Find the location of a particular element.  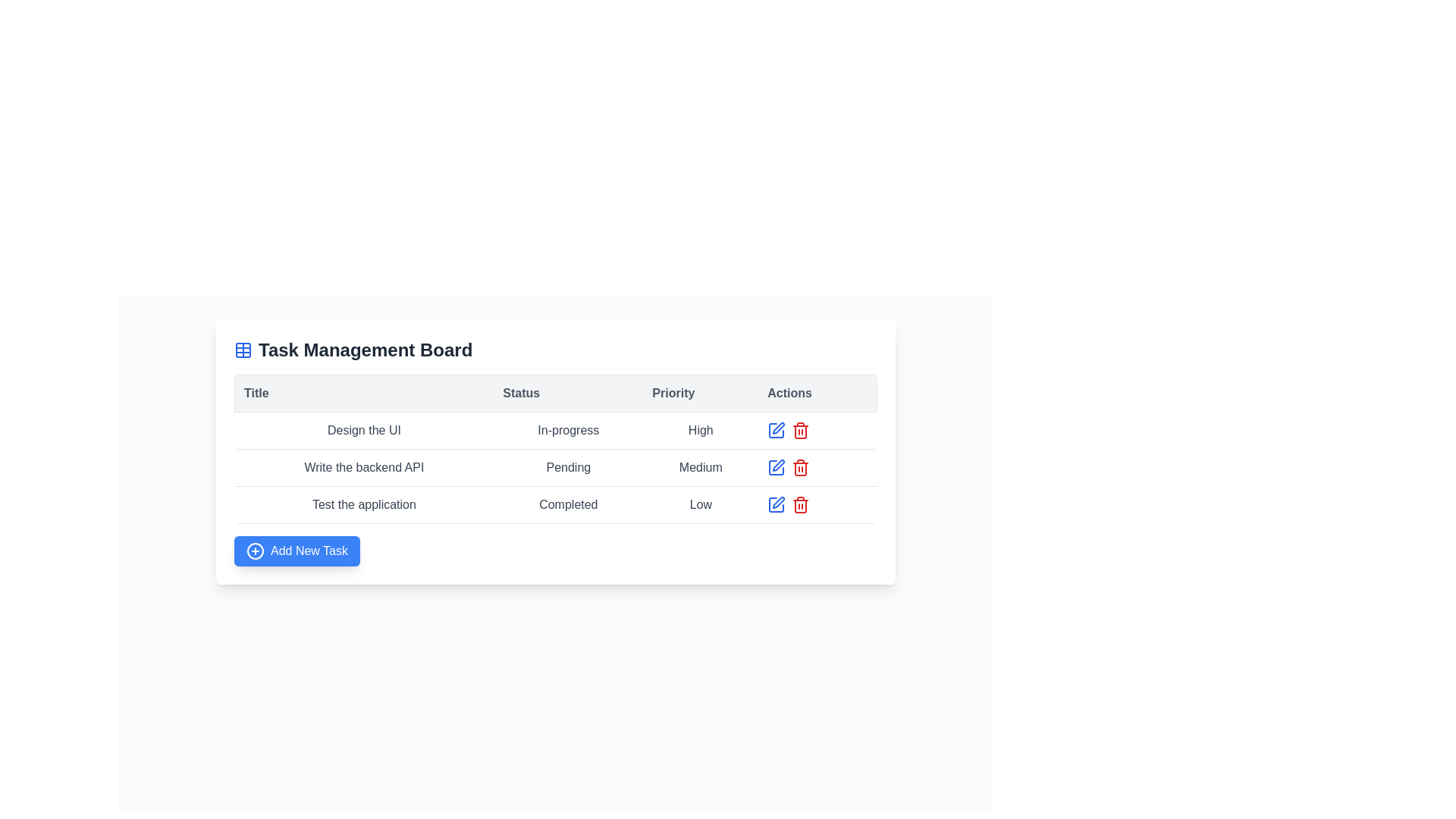

the text label 'High' in the Priority column under the Design the UI row in the task table is located at coordinates (700, 430).